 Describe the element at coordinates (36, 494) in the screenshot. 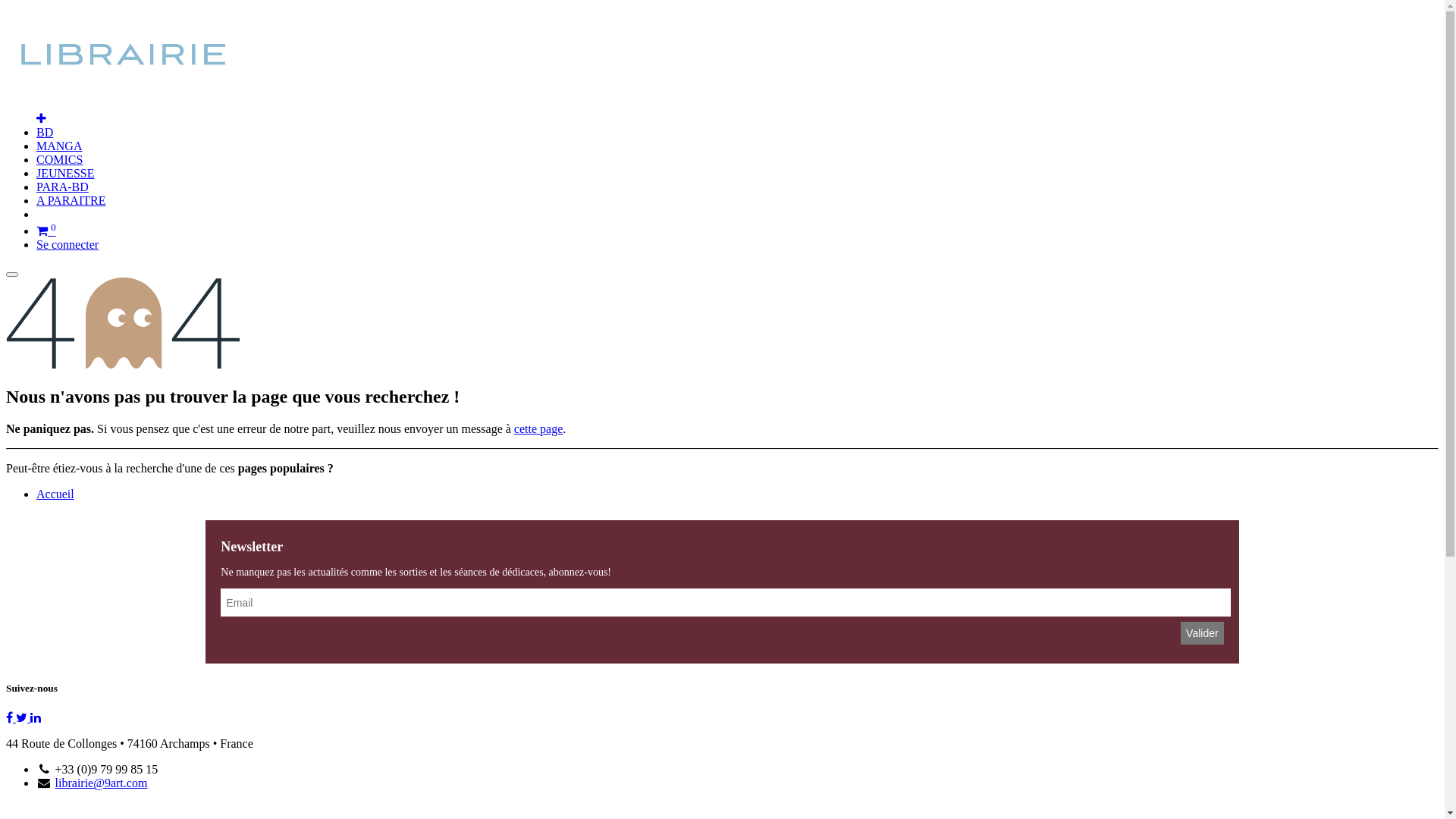

I see `'Accueil'` at that location.